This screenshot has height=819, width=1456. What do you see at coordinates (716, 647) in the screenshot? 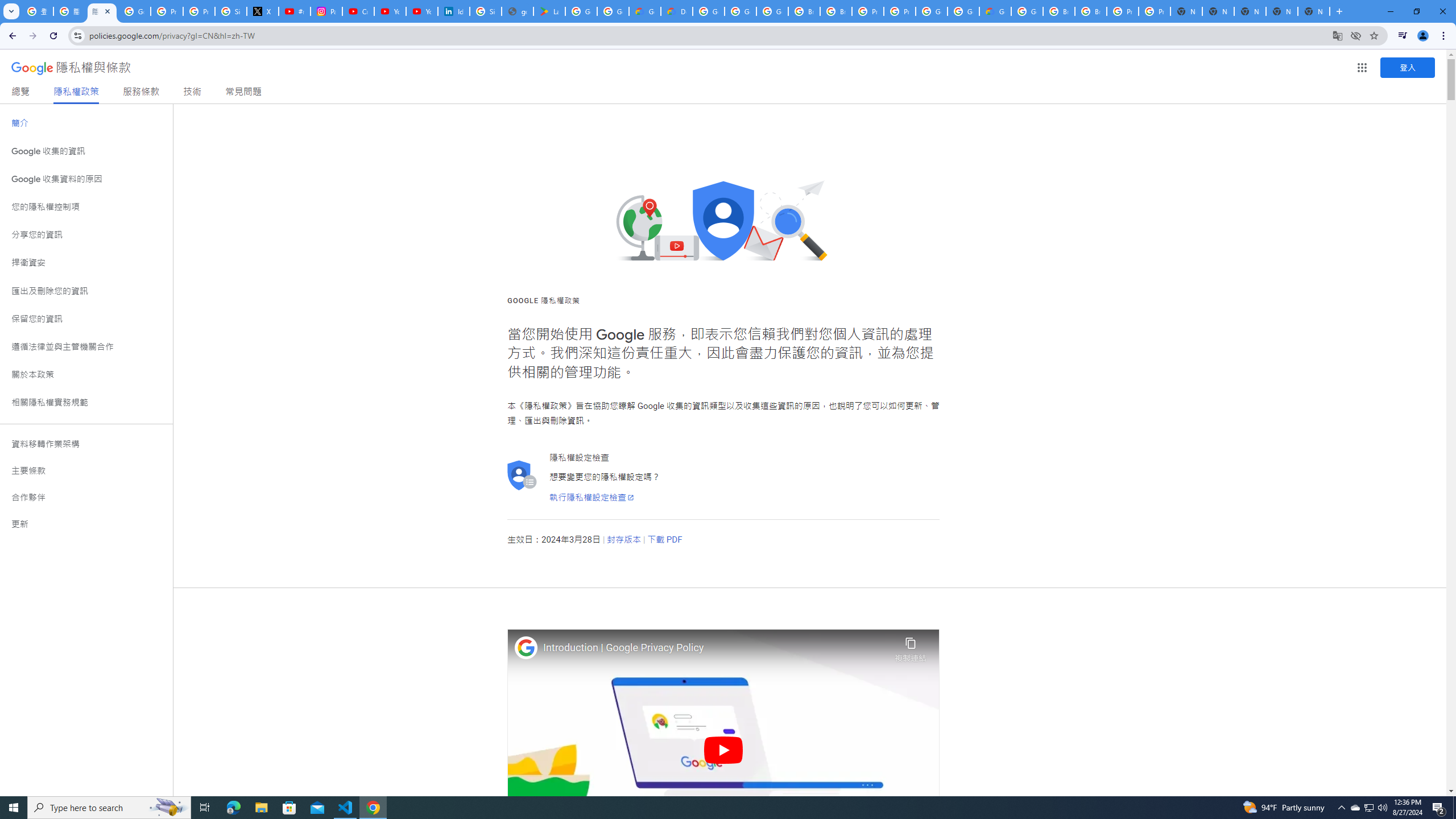
I see `'Introduction | Google Privacy Policy'` at bounding box center [716, 647].